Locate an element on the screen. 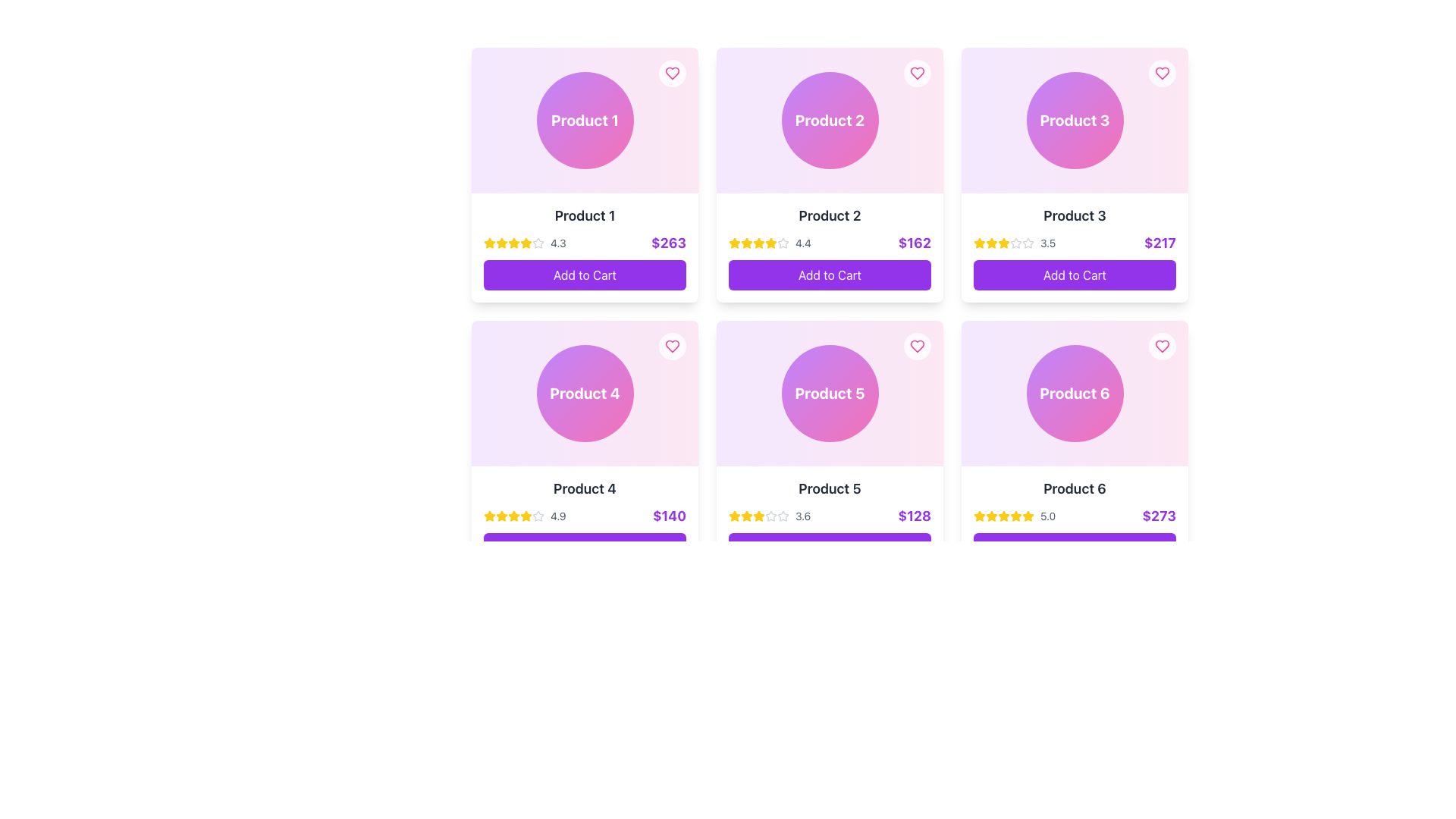 The width and height of the screenshot is (1456, 819). the circular button with a pink heart icon located in the top-right corner of the 'Product 1' card is located at coordinates (672, 73).